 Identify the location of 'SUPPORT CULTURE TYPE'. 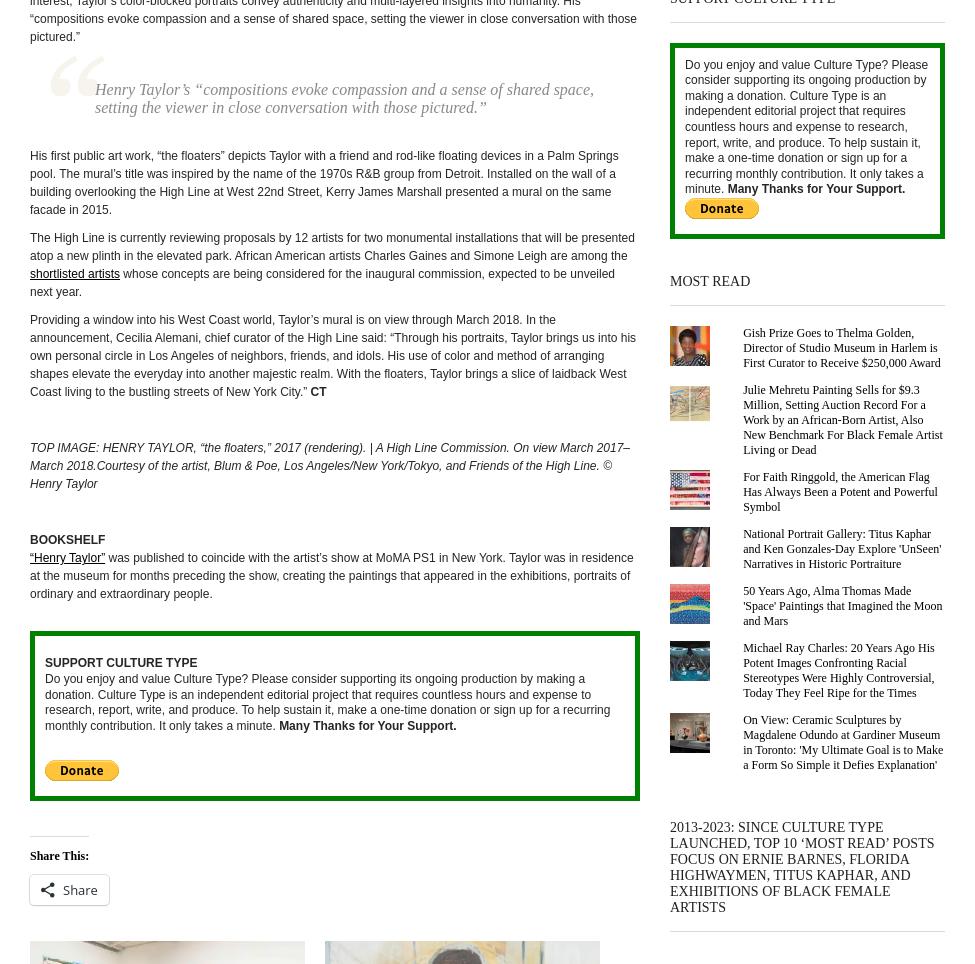
(119, 662).